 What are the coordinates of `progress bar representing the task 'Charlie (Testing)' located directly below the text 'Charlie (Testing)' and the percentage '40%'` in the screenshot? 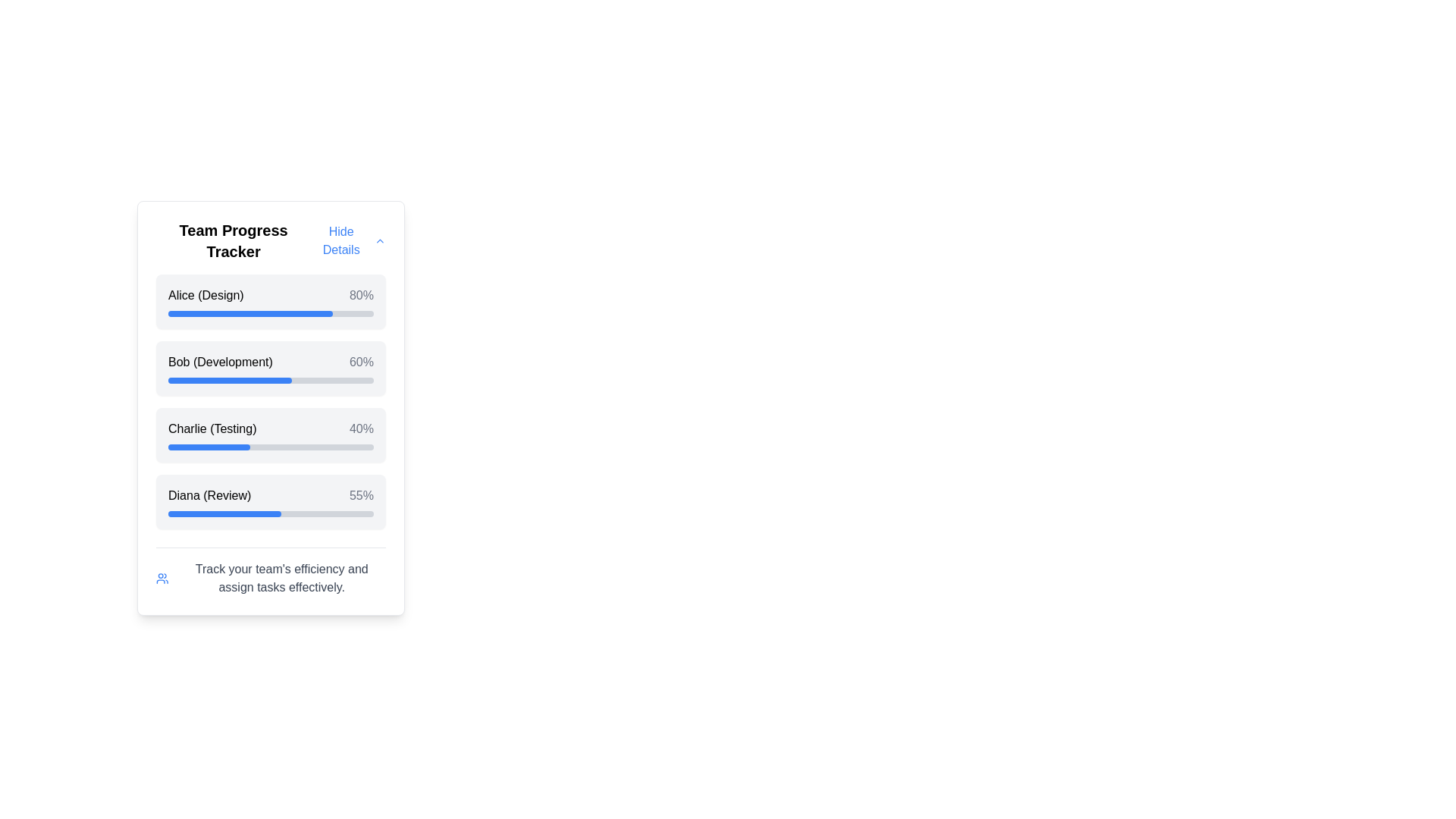 It's located at (271, 447).